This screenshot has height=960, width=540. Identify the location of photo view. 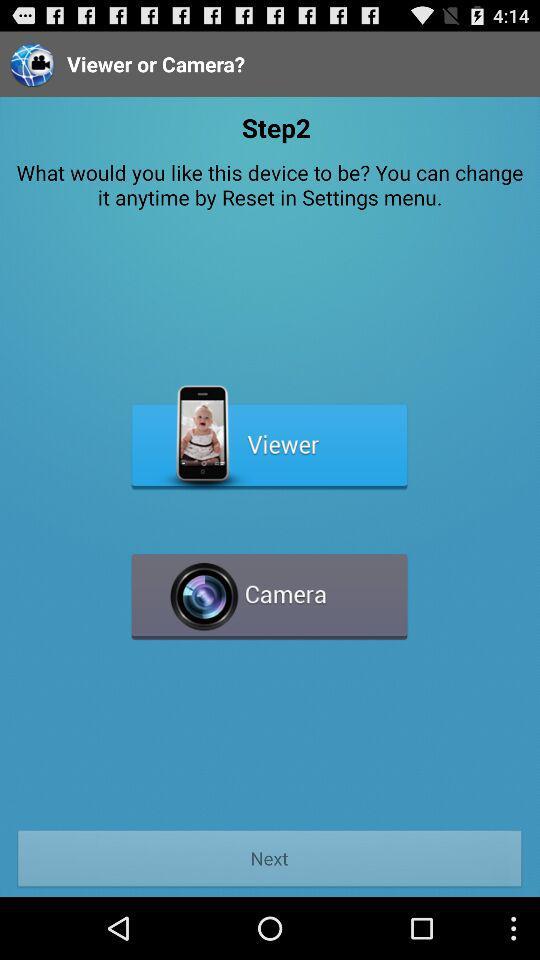
(269, 438).